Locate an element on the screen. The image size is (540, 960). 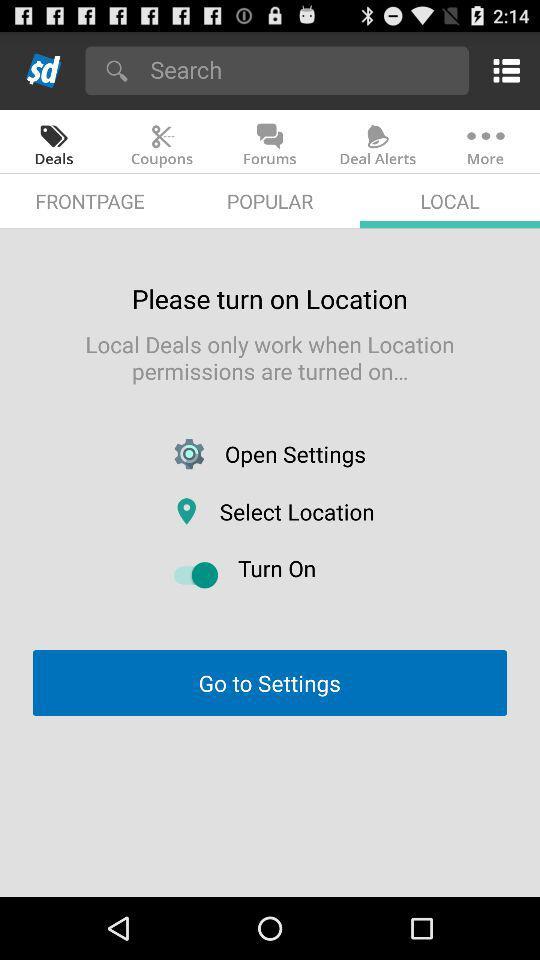
search bar text is located at coordinates (302, 69).